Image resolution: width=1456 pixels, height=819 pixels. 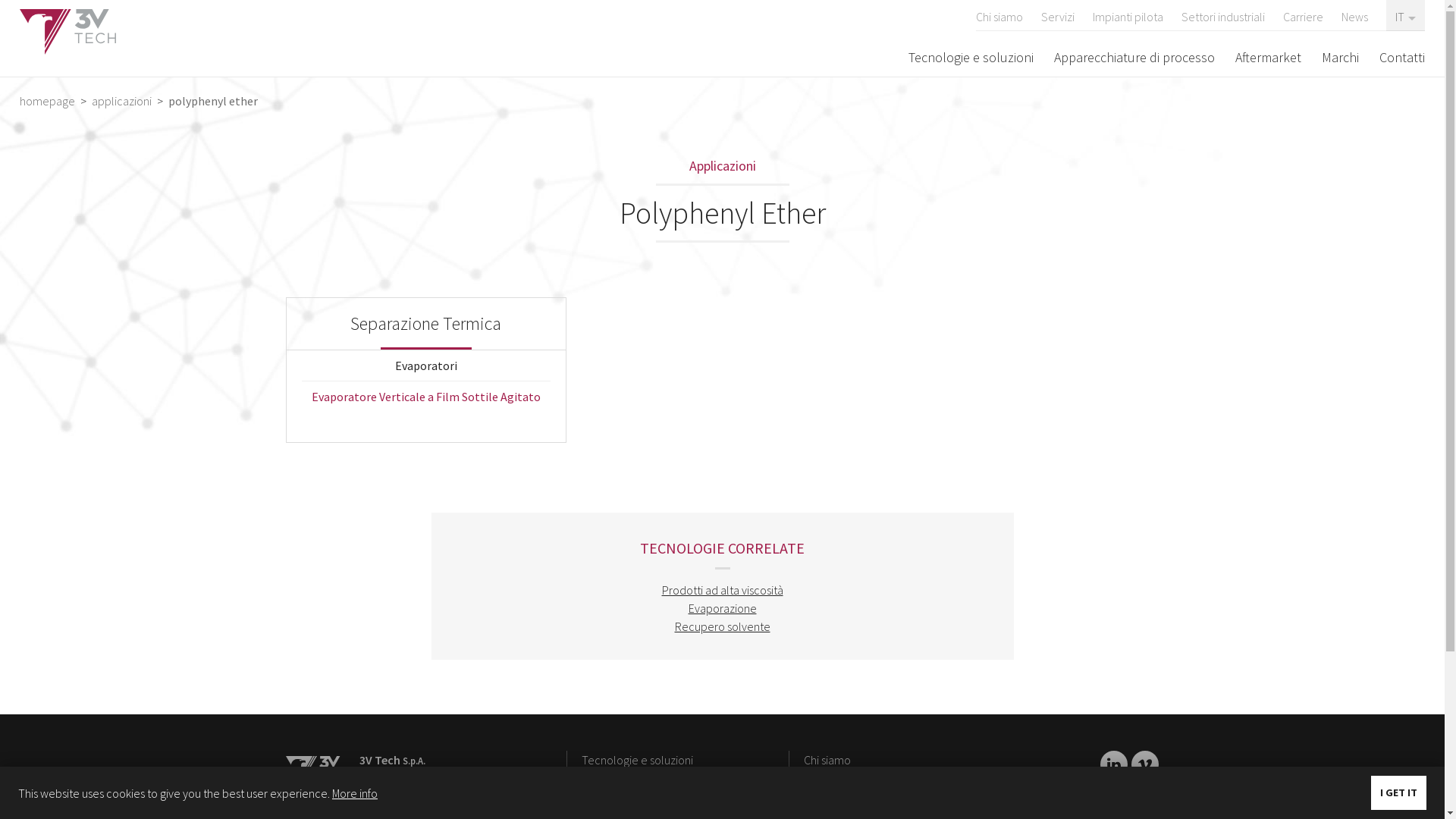 What do you see at coordinates (1057, 14) in the screenshot?
I see `'Servizi'` at bounding box center [1057, 14].